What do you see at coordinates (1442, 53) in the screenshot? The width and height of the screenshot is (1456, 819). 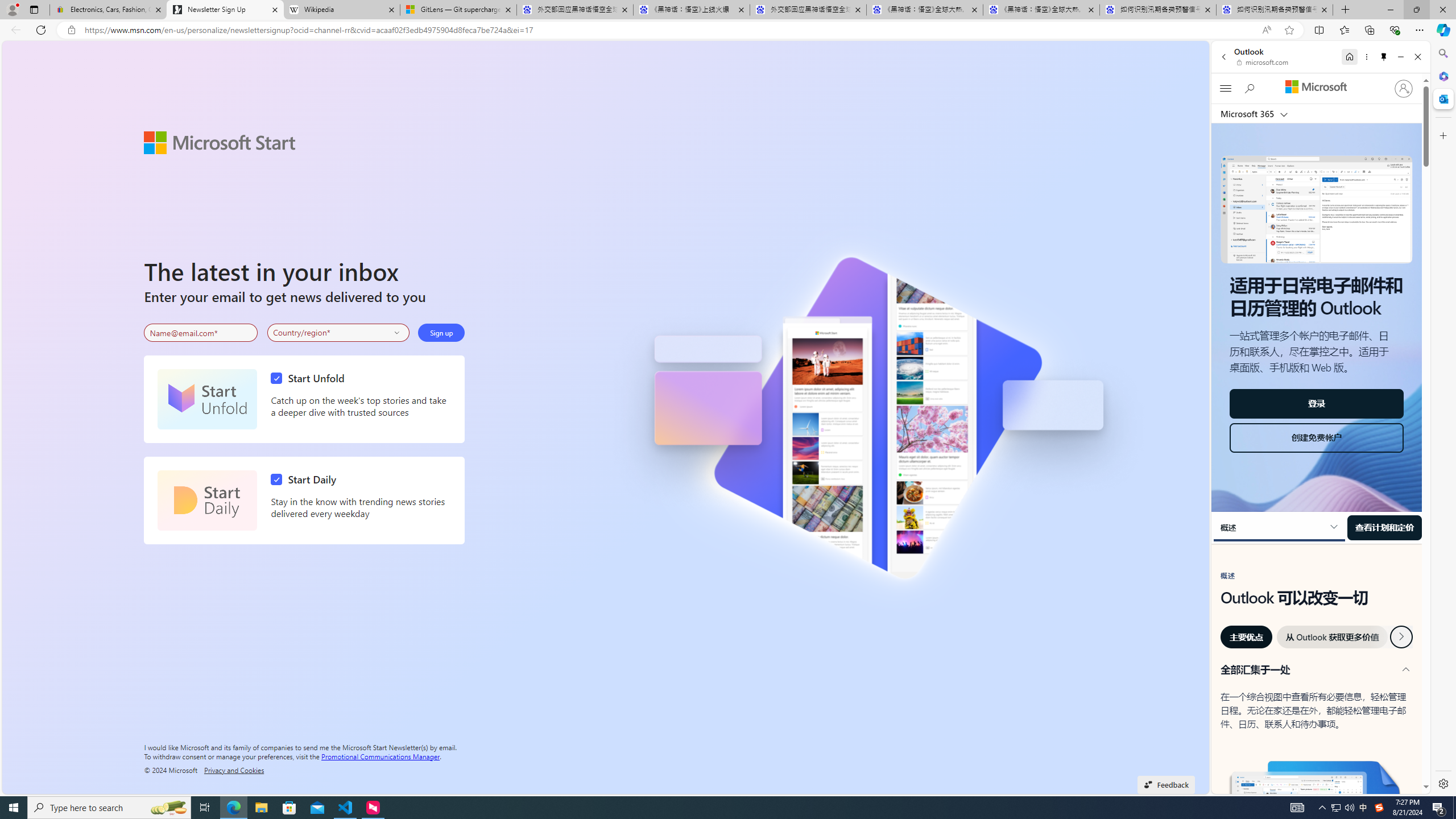 I see `'Search'` at bounding box center [1442, 53].